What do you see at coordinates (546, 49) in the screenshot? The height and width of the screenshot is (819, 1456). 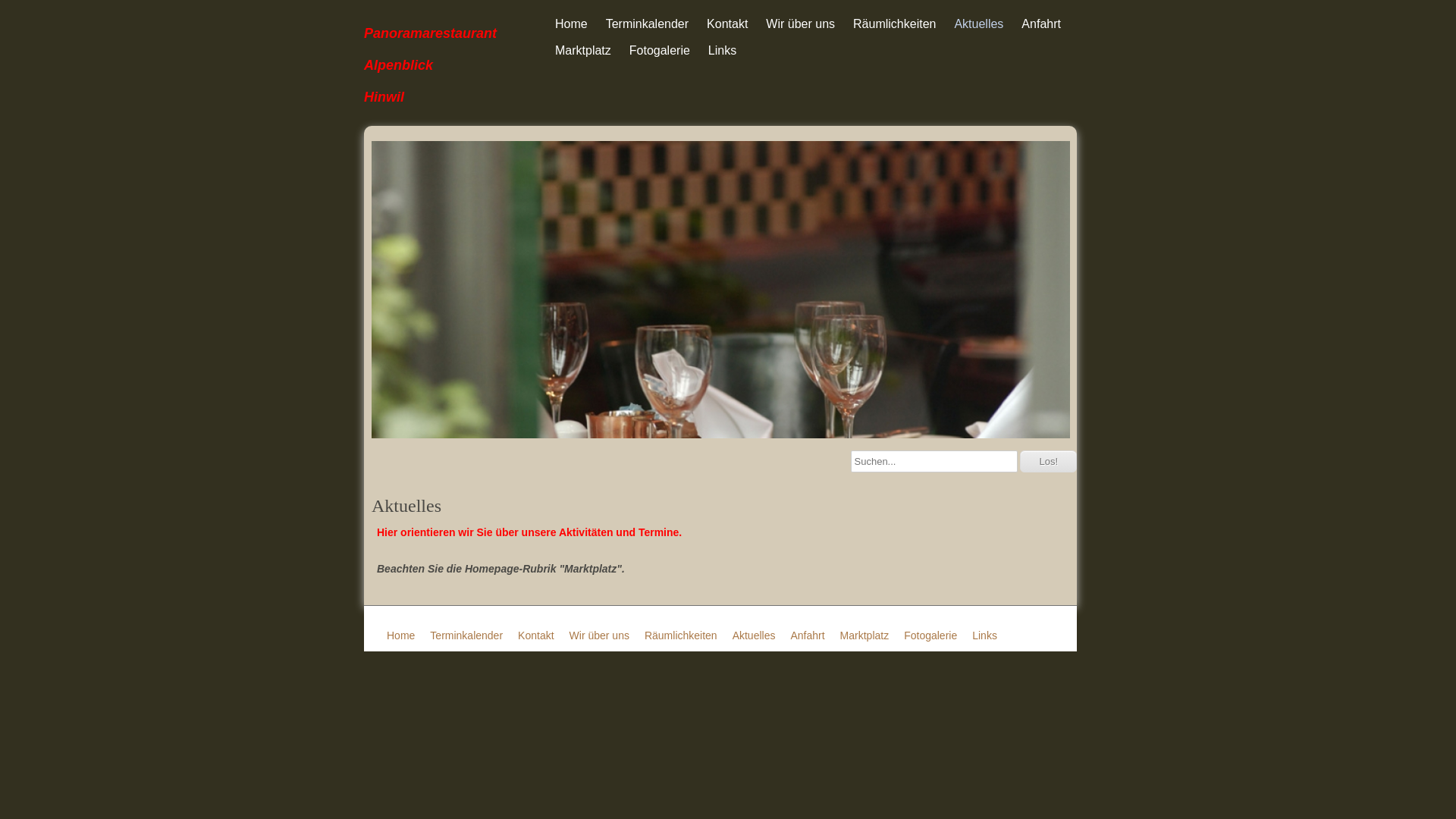 I see `'Marktplatz'` at bounding box center [546, 49].